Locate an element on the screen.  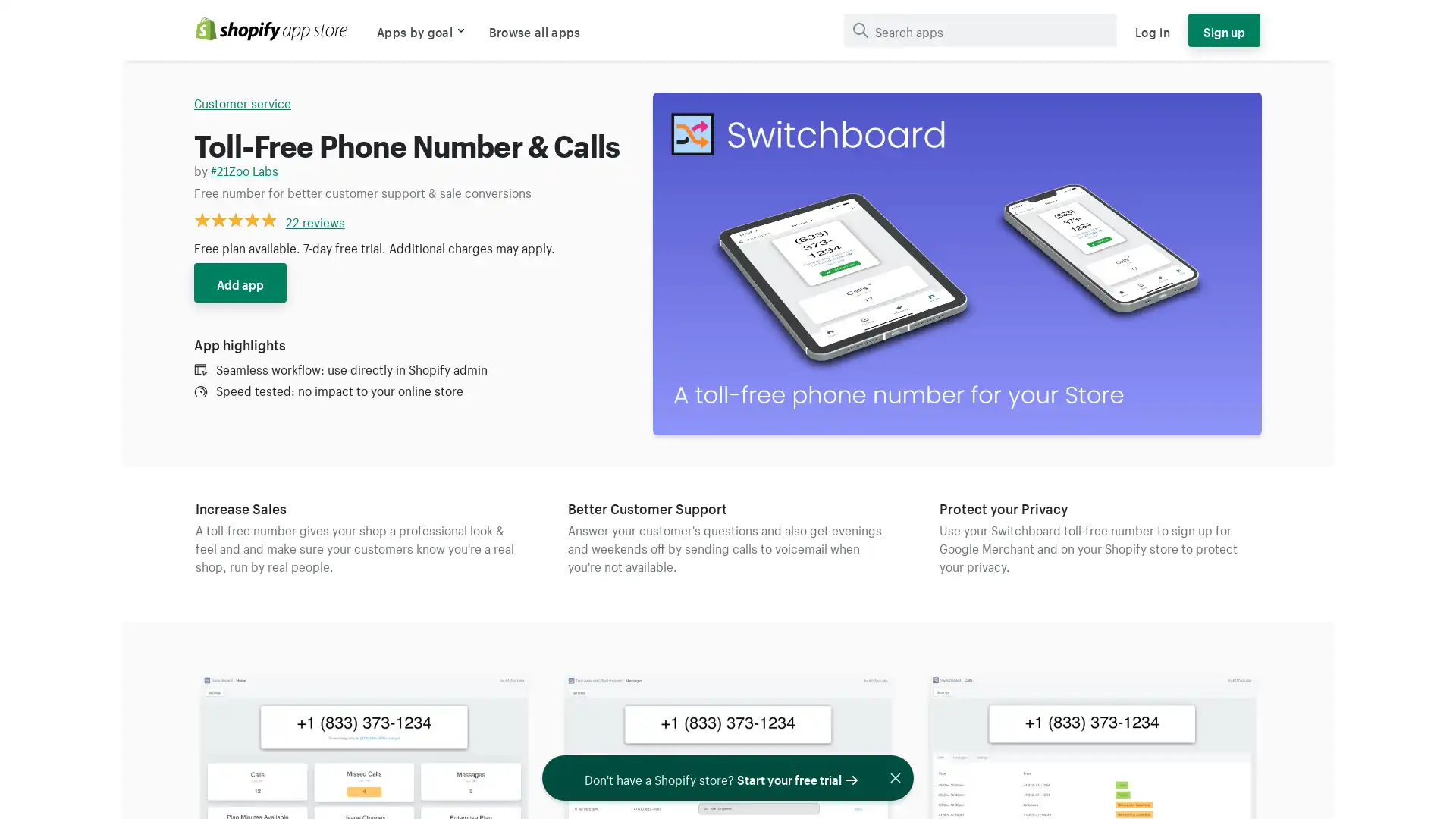
Add app is located at coordinates (239, 283).